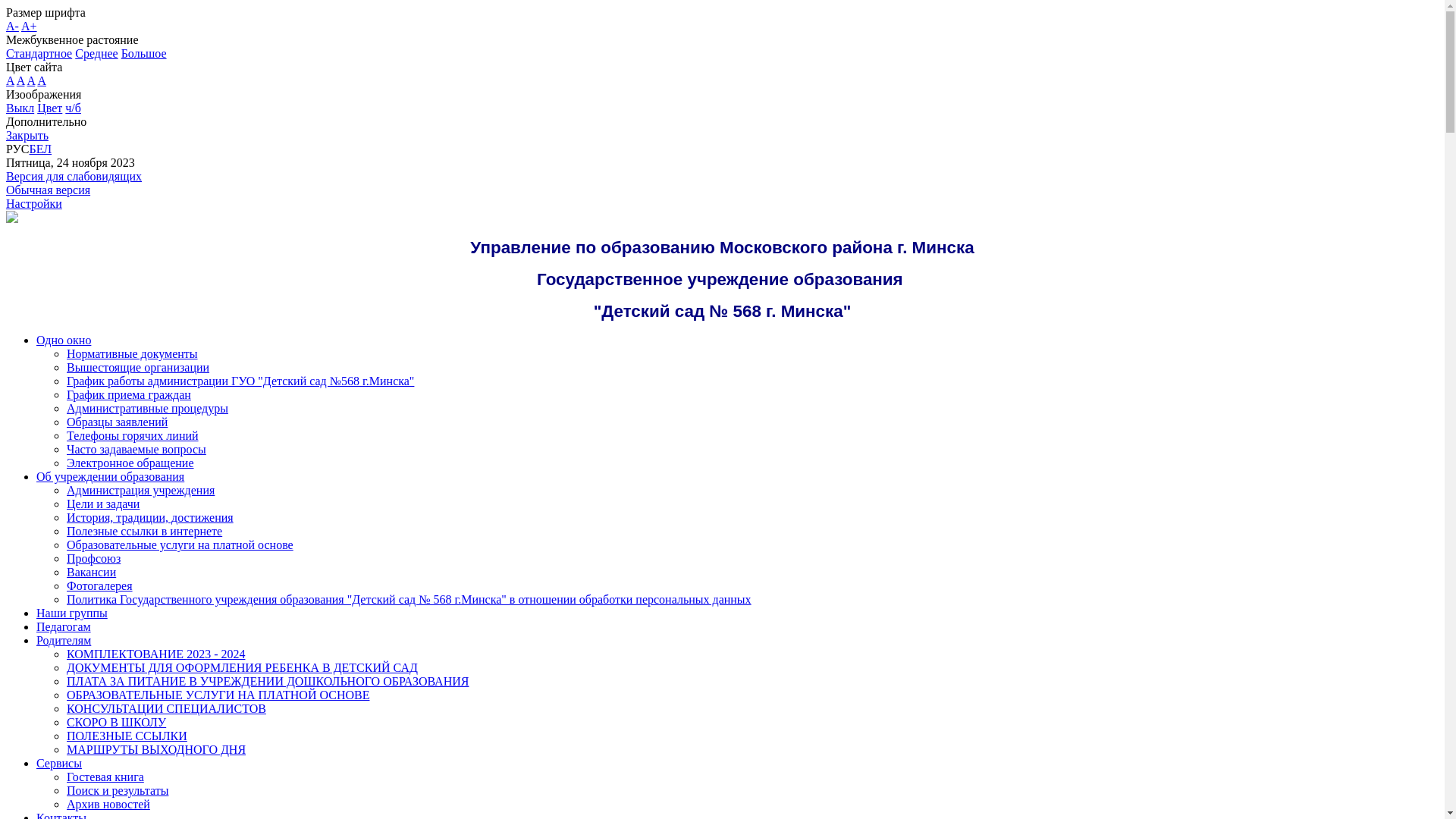  Describe the element at coordinates (10, 80) in the screenshot. I see `'A'` at that location.